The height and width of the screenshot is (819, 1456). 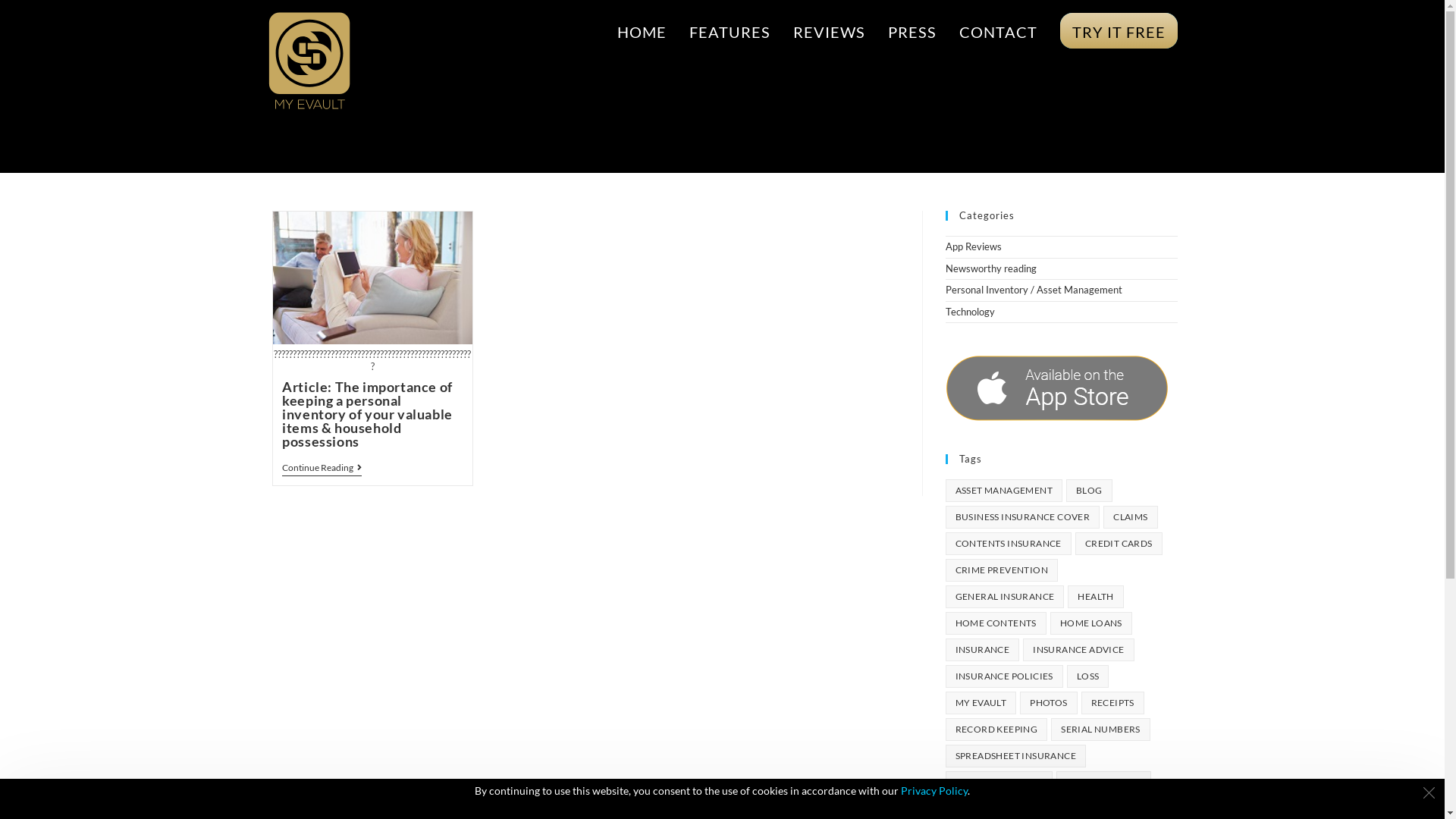 I want to click on 'PHOTOS', so click(x=1047, y=702).